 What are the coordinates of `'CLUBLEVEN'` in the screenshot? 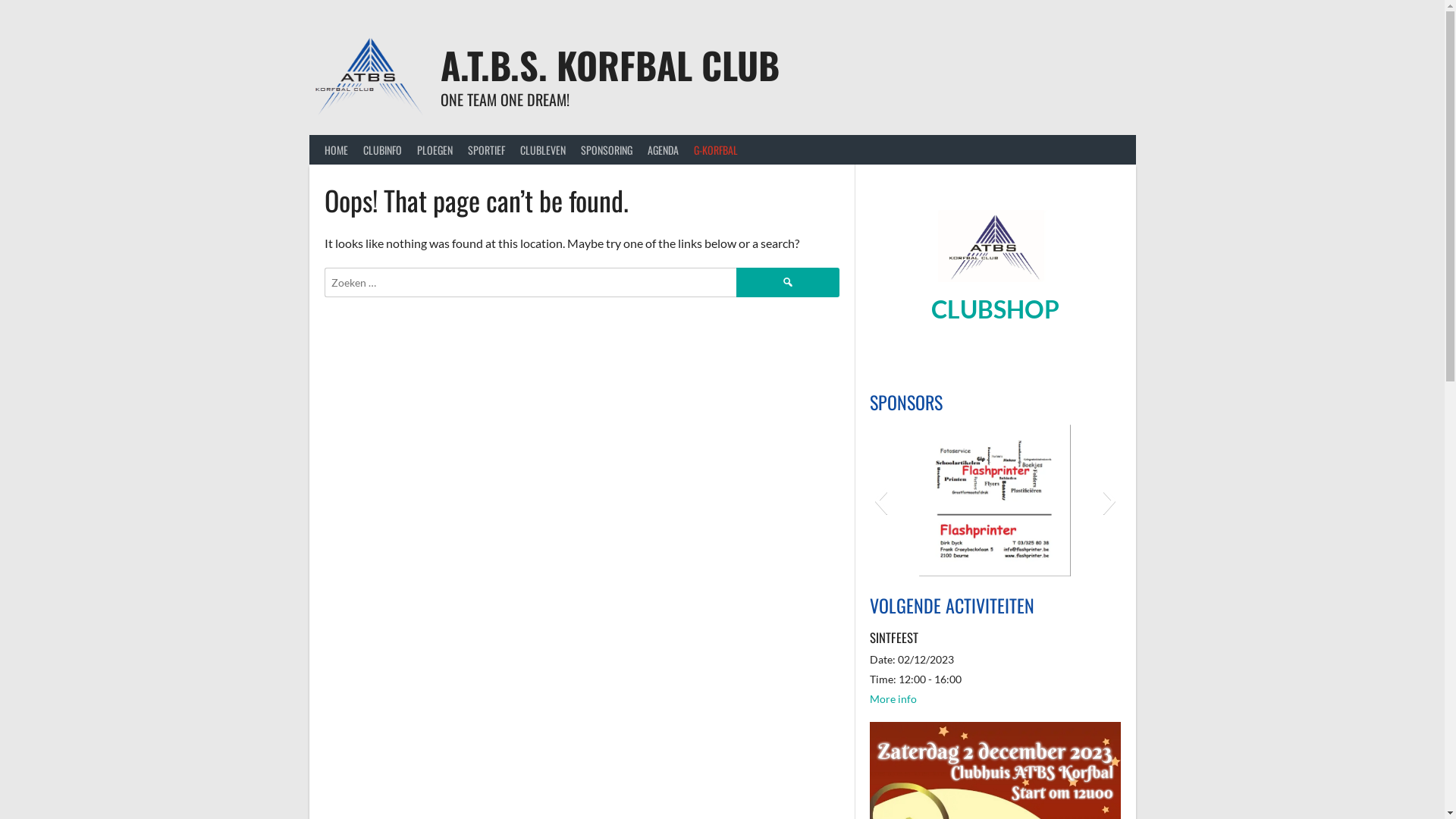 It's located at (542, 149).